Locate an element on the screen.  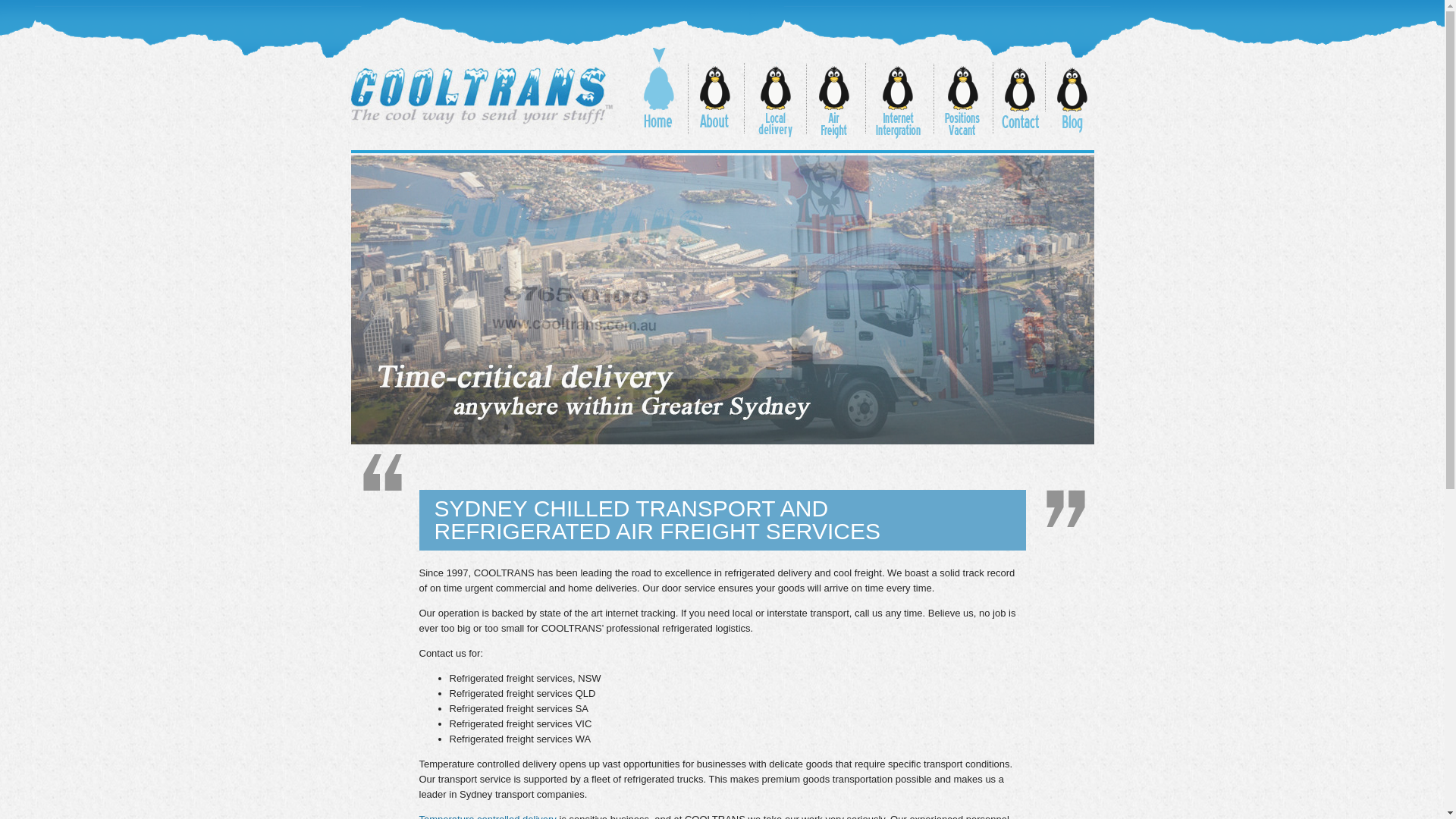
'Blog' is located at coordinates (1068, 93).